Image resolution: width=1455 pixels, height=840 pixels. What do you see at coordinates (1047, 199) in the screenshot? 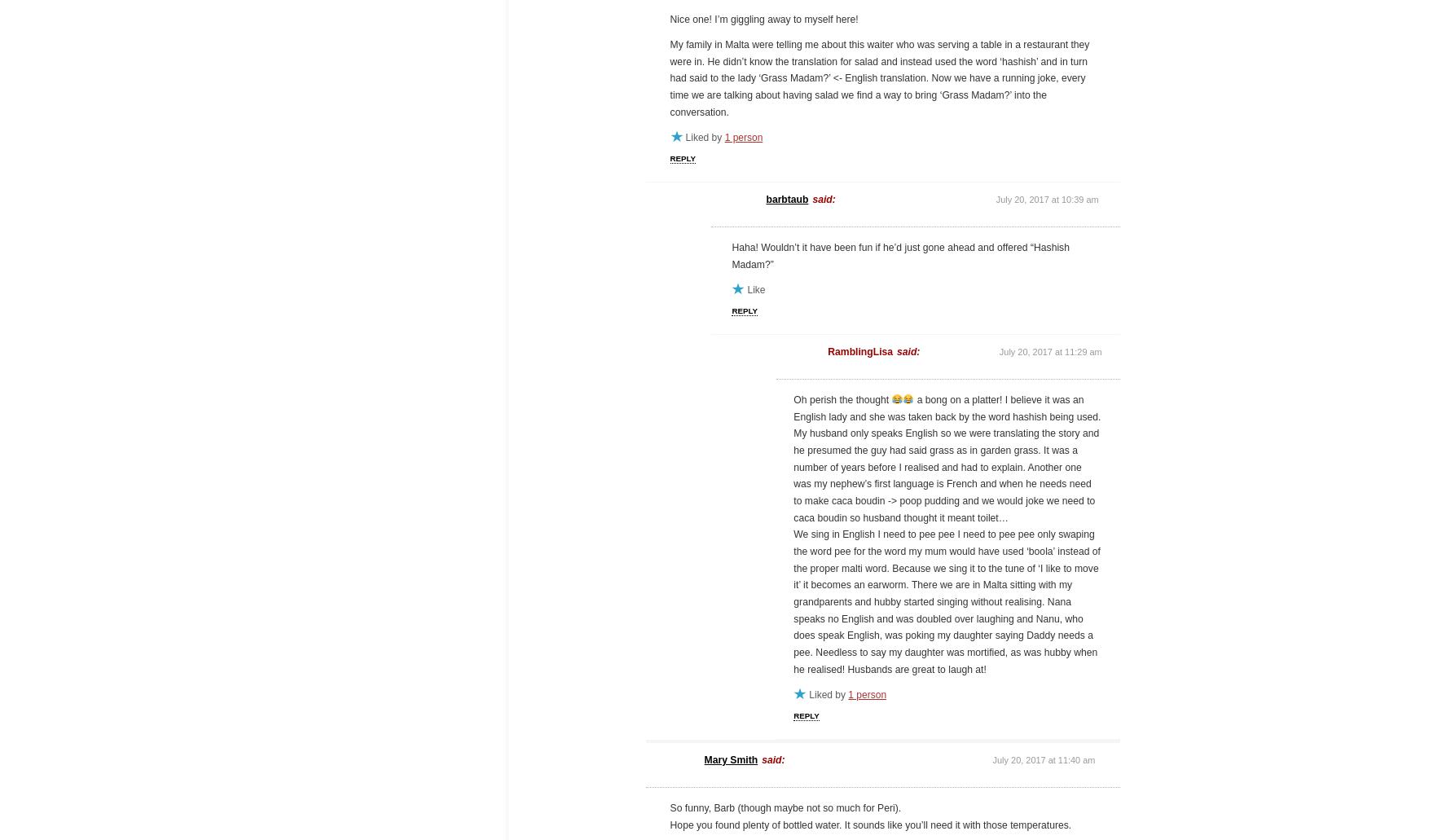
I see `'July 20, 2017 at 10:39 am'` at bounding box center [1047, 199].